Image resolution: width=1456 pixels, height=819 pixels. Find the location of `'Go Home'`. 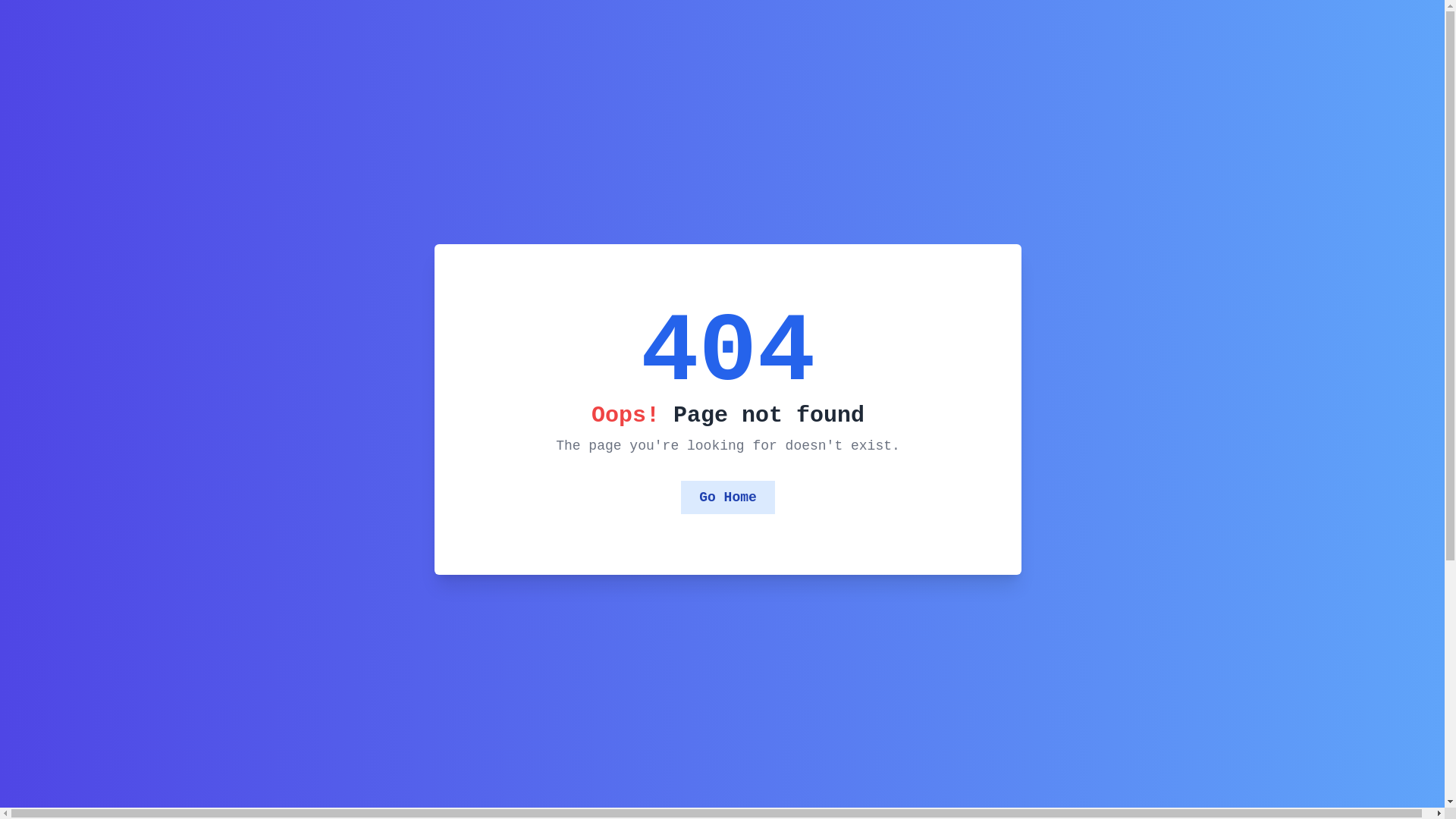

'Go Home' is located at coordinates (728, 497).